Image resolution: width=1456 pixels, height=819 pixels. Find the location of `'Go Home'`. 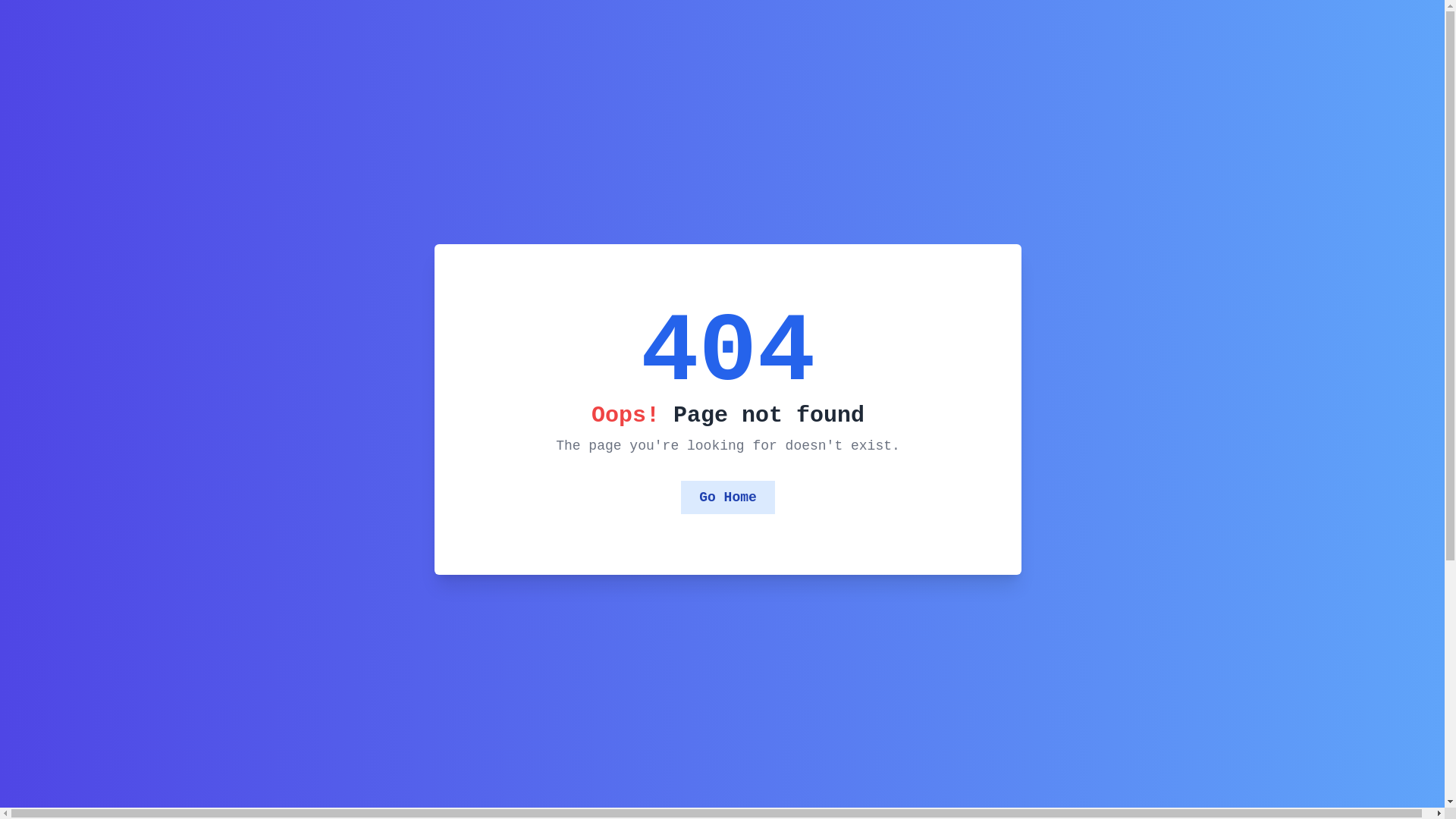

'Go Home' is located at coordinates (728, 497).